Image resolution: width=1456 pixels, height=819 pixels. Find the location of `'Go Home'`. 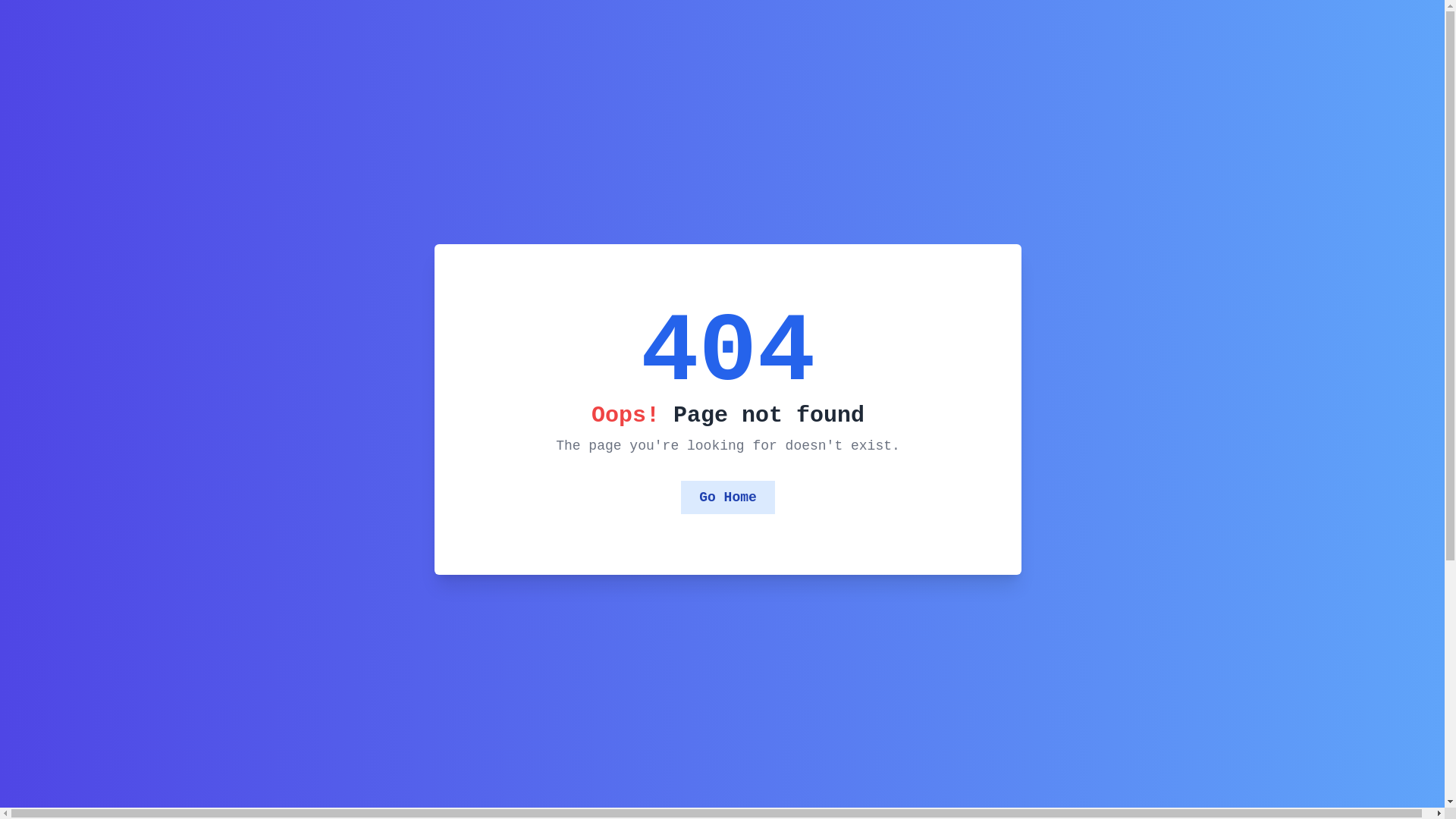

'Go Home' is located at coordinates (728, 497).